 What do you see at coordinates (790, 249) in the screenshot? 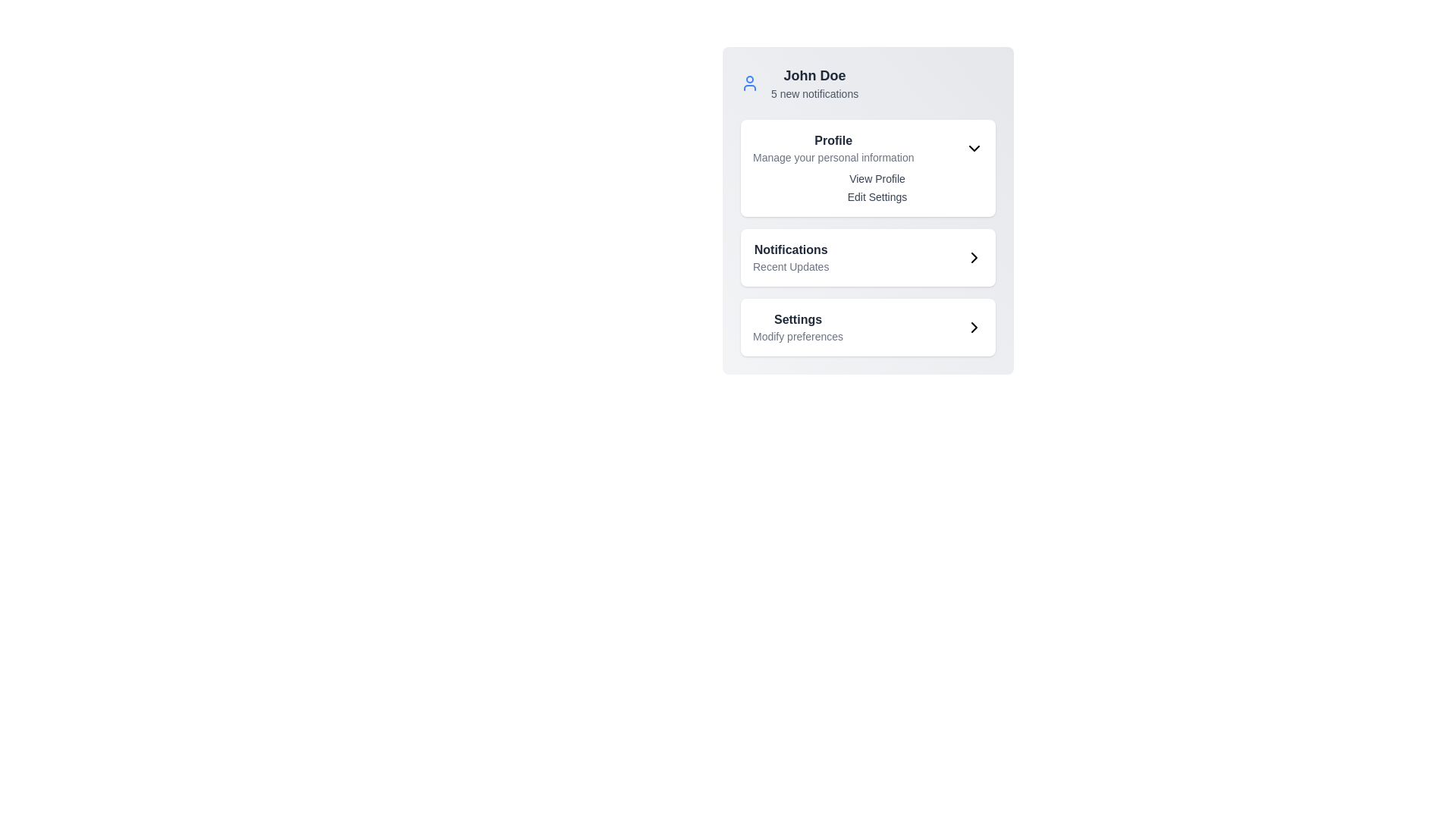
I see `the Text Label that serves as the header for the 'Notifications' section, summarizing the information below` at bounding box center [790, 249].